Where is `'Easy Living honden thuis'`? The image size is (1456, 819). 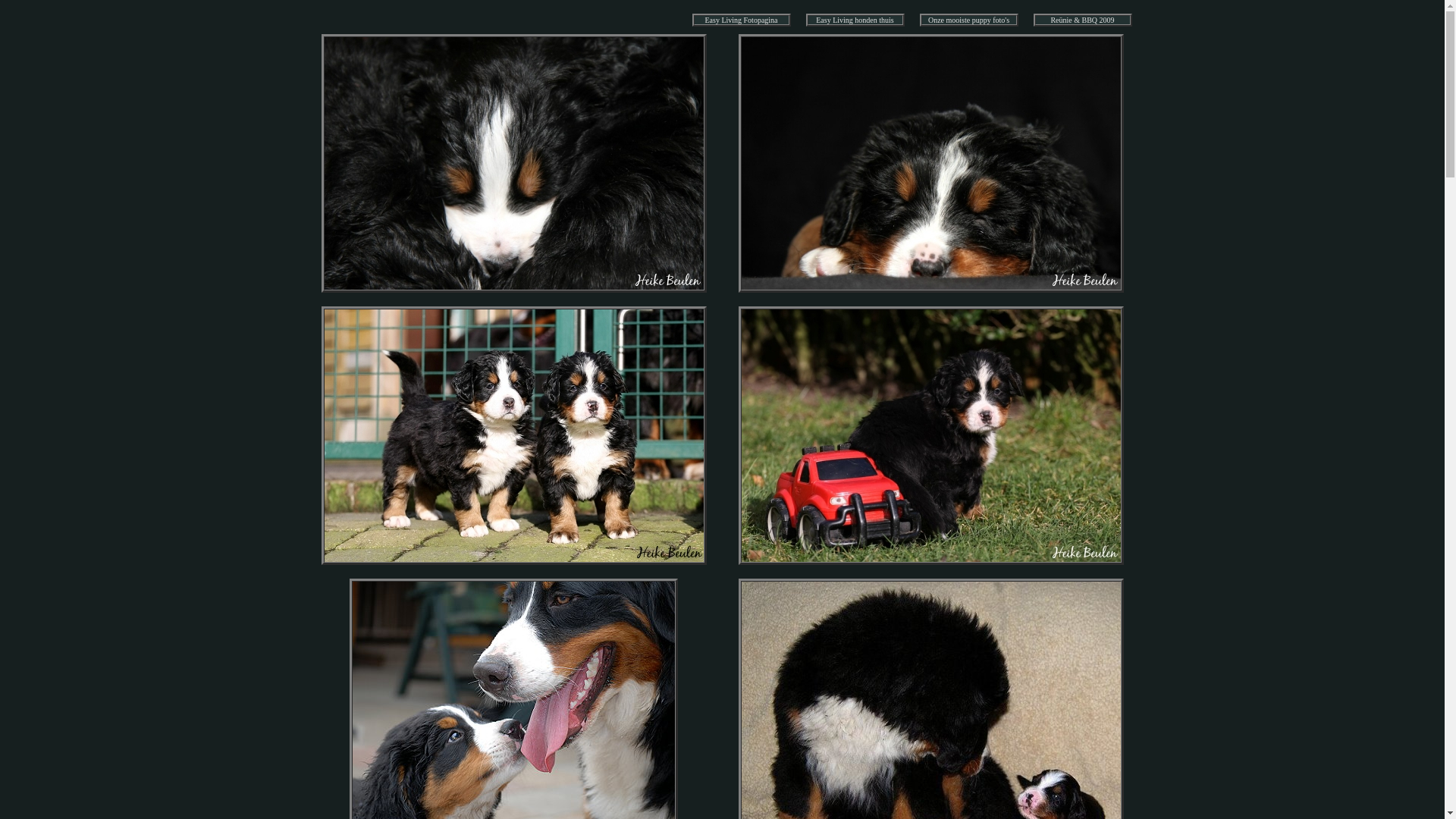 'Easy Living honden thuis' is located at coordinates (855, 20).